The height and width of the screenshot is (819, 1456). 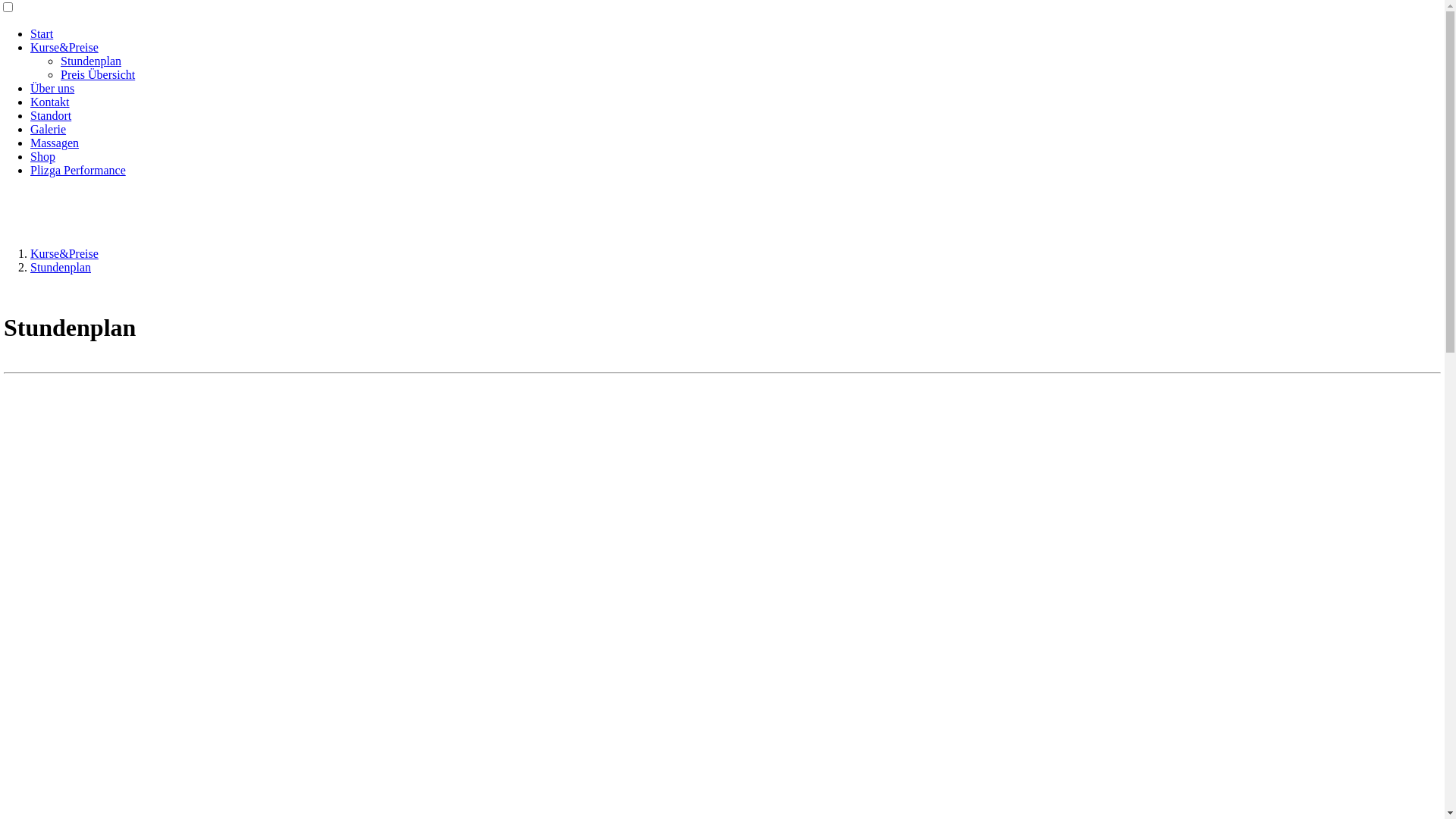 What do you see at coordinates (50, 102) in the screenshot?
I see `'Kontakt'` at bounding box center [50, 102].